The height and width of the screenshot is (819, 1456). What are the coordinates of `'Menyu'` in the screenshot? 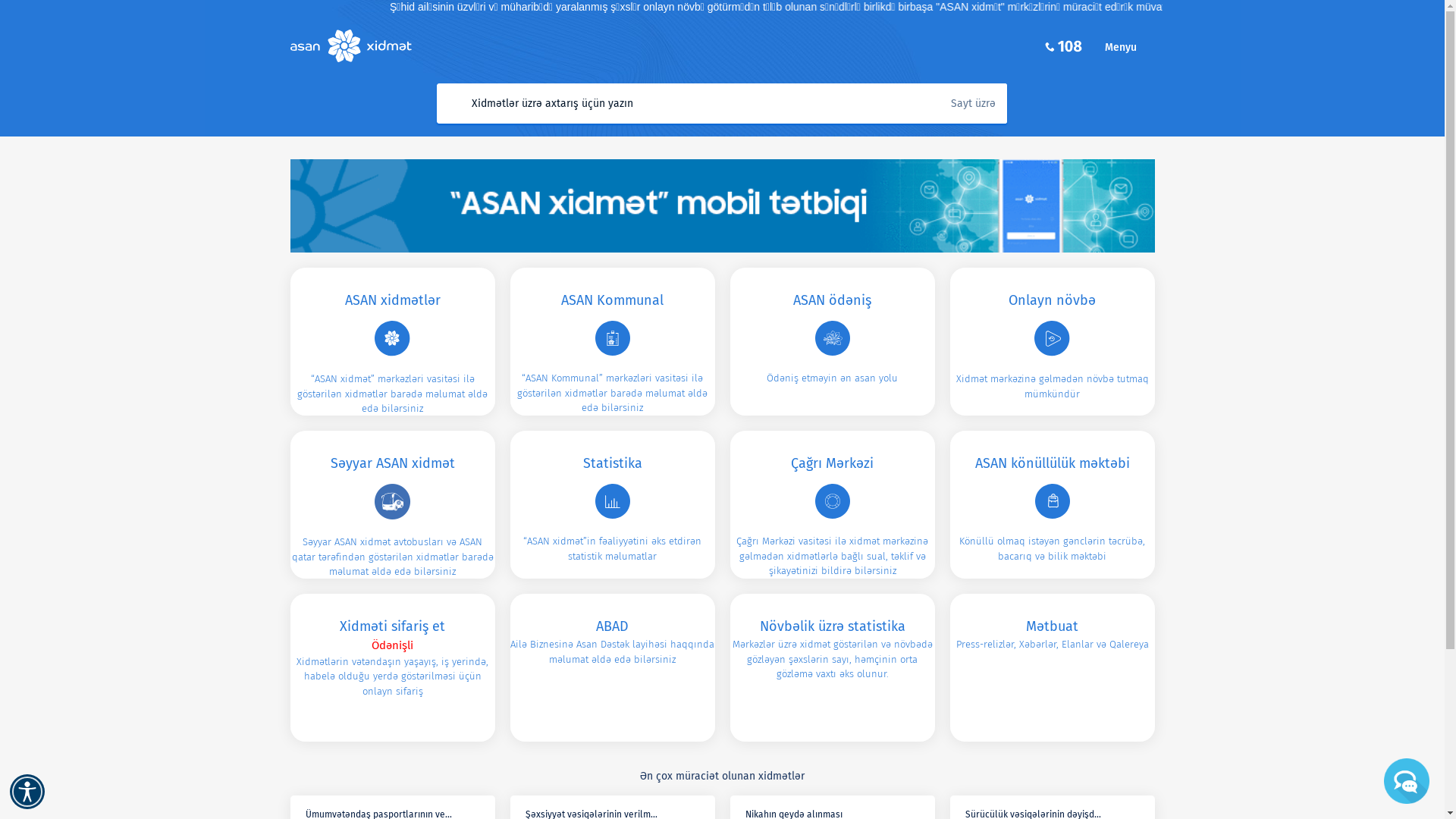 It's located at (1128, 45).